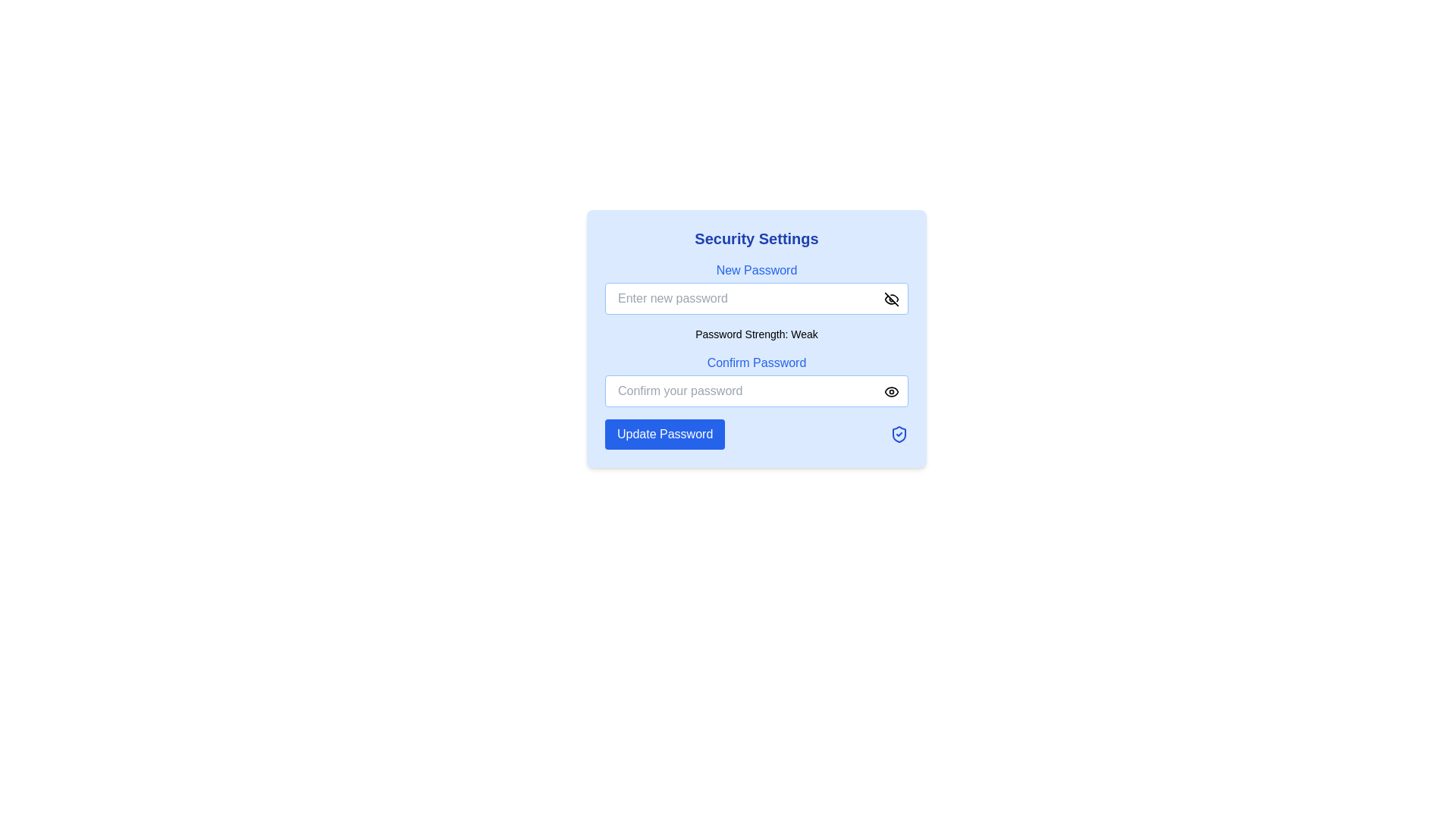 Image resolution: width=1456 pixels, height=819 pixels. I want to click on the small icon button shaped like an 'eye with a slash' symbol, located immediately to the right of the 'Enter new password' input field, so click(892, 299).